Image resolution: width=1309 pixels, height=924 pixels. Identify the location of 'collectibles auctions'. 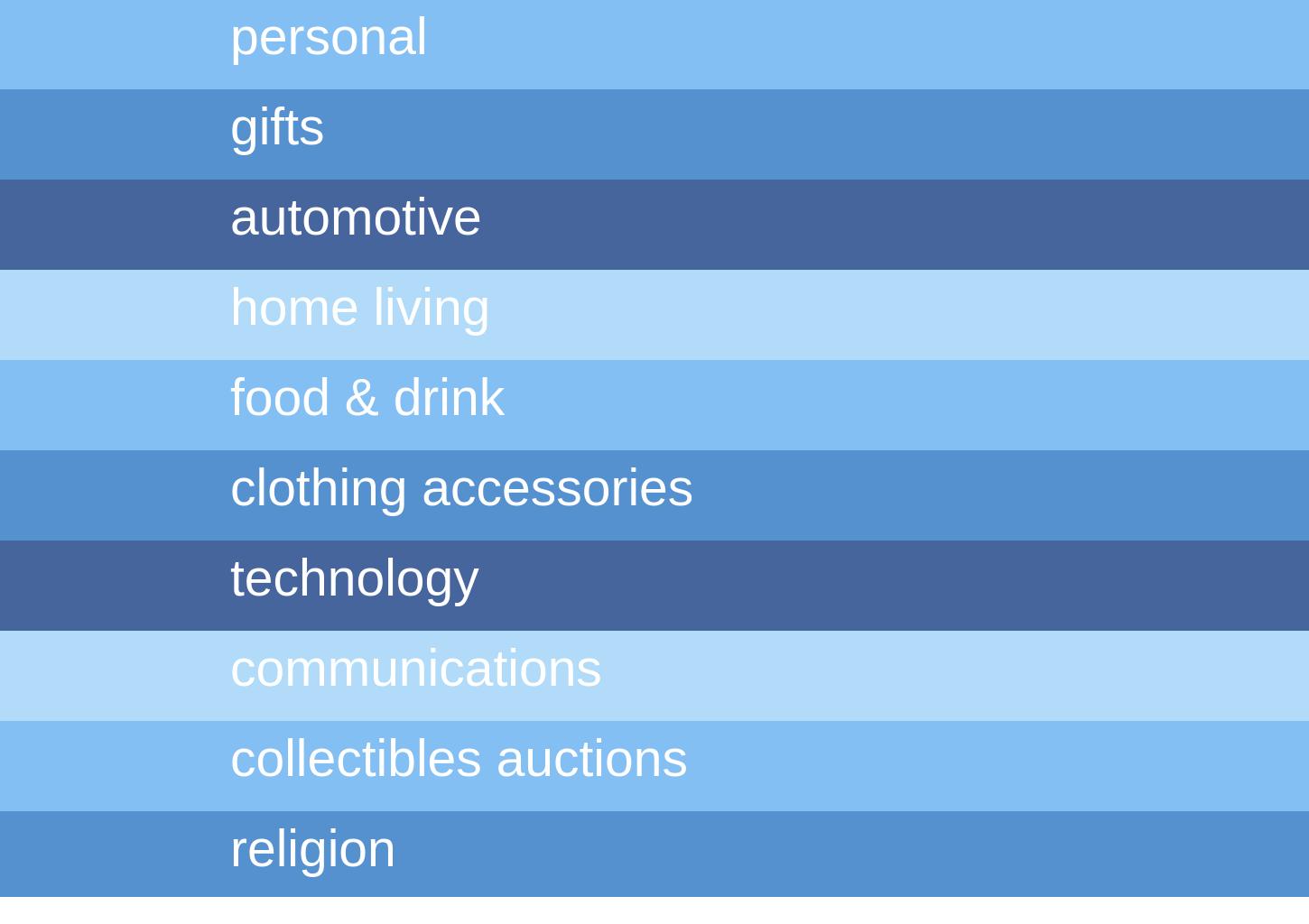
(230, 756).